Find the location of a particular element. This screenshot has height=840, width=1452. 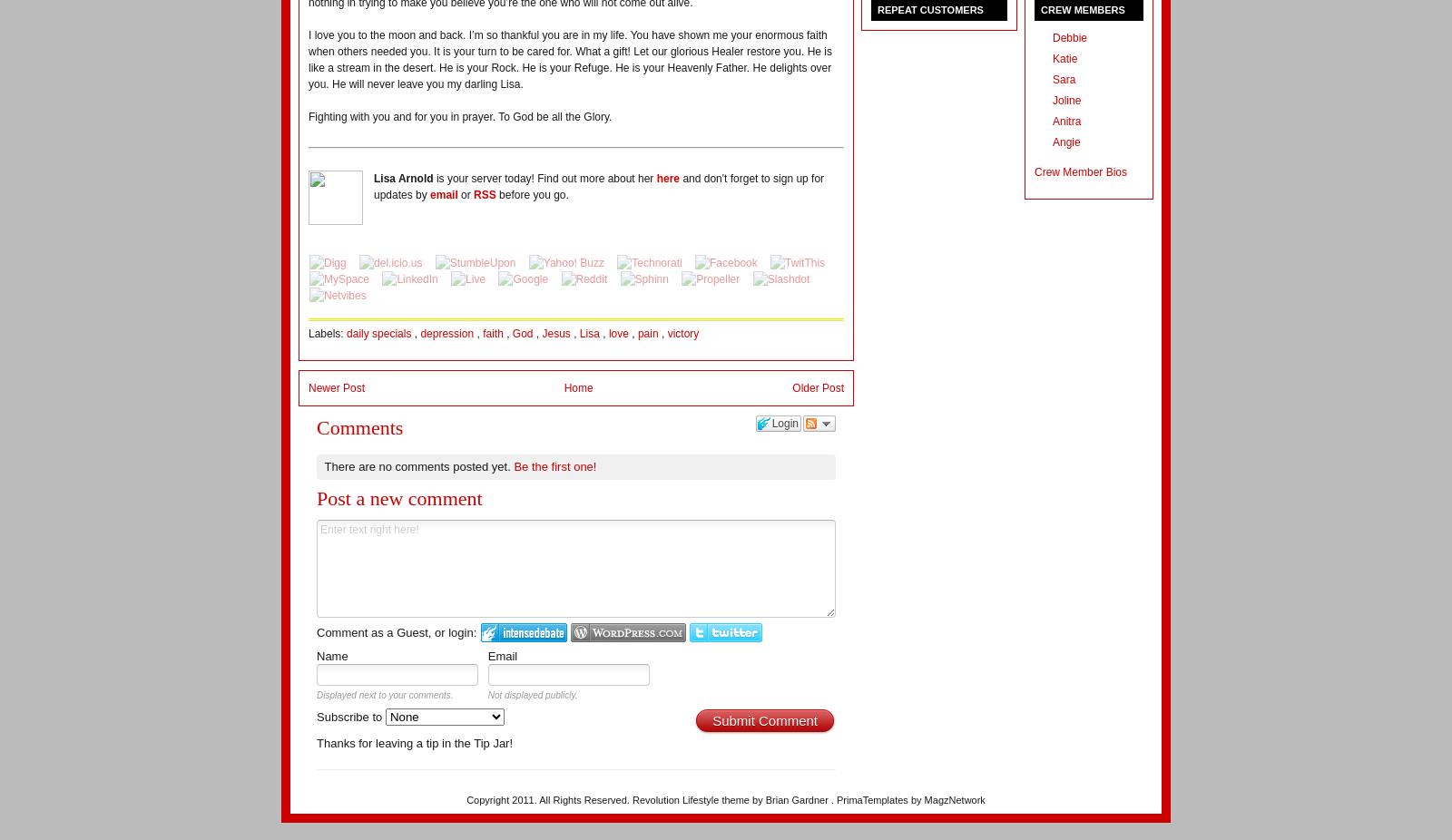

'Name' is located at coordinates (332, 655).